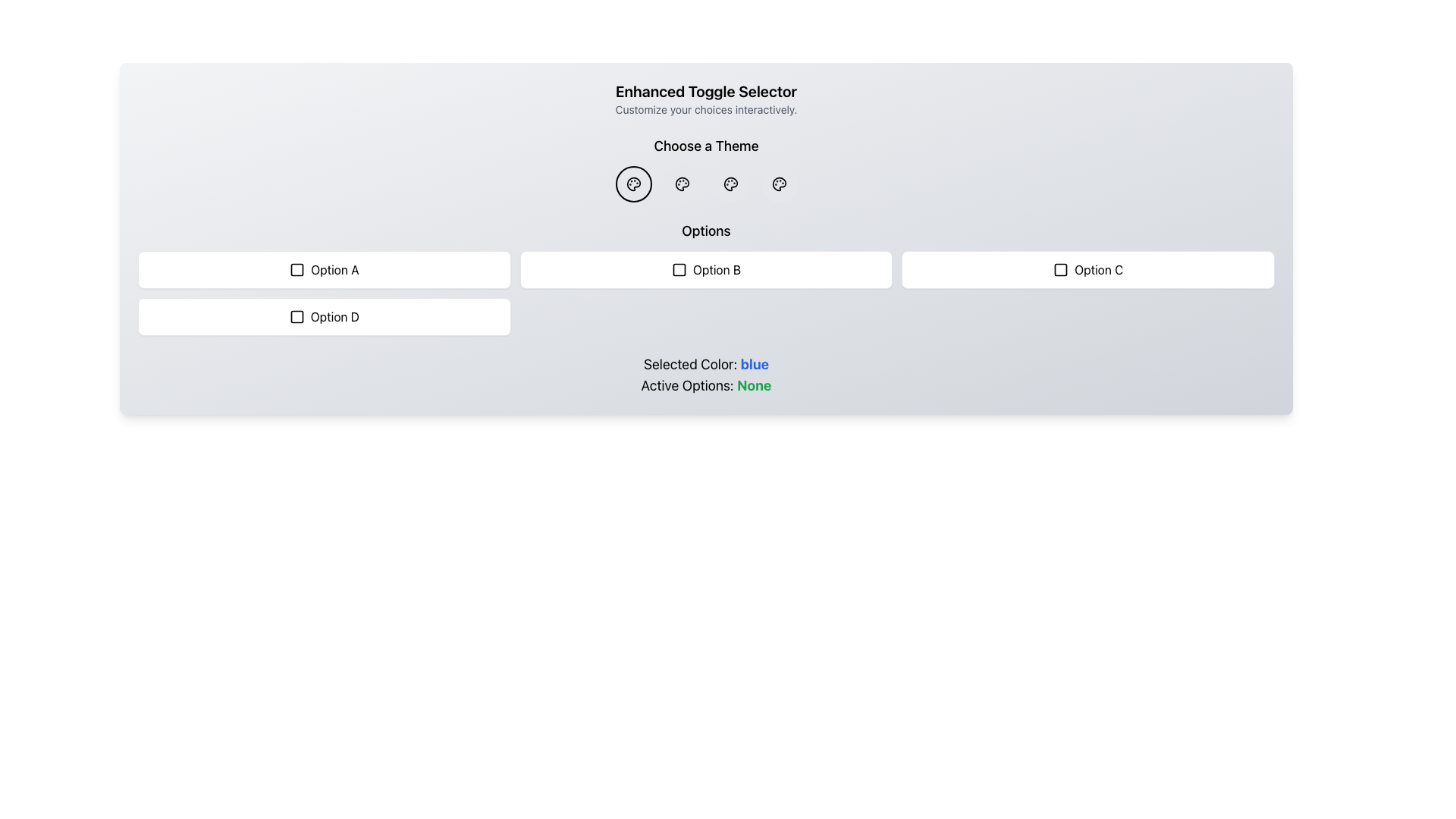 The image size is (1456, 819). I want to click on the checkbox icon for 'Option B', so click(678, 268).